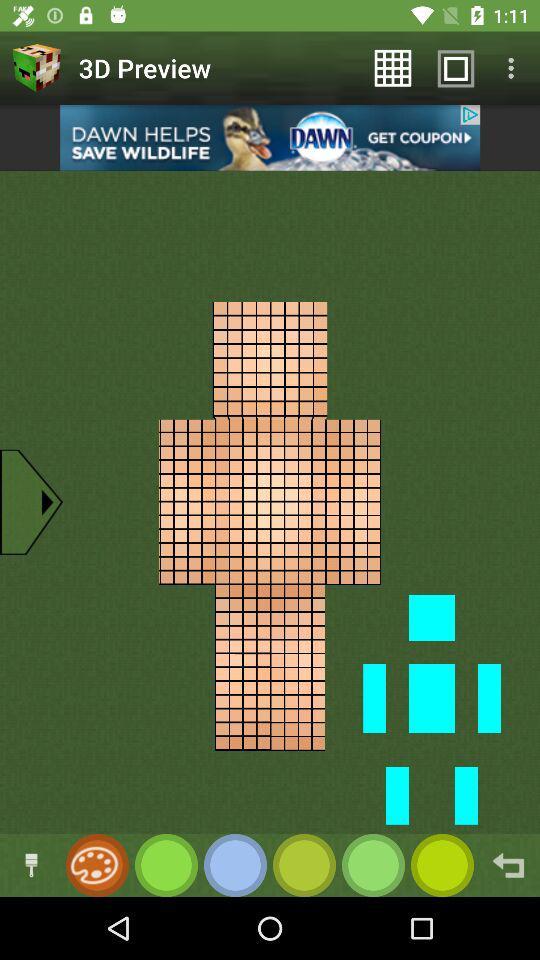 The height and width of the screenshot is (960, 540). Describe the element at coordinates (165, 864) in the screenshot. I see `color` at that location.